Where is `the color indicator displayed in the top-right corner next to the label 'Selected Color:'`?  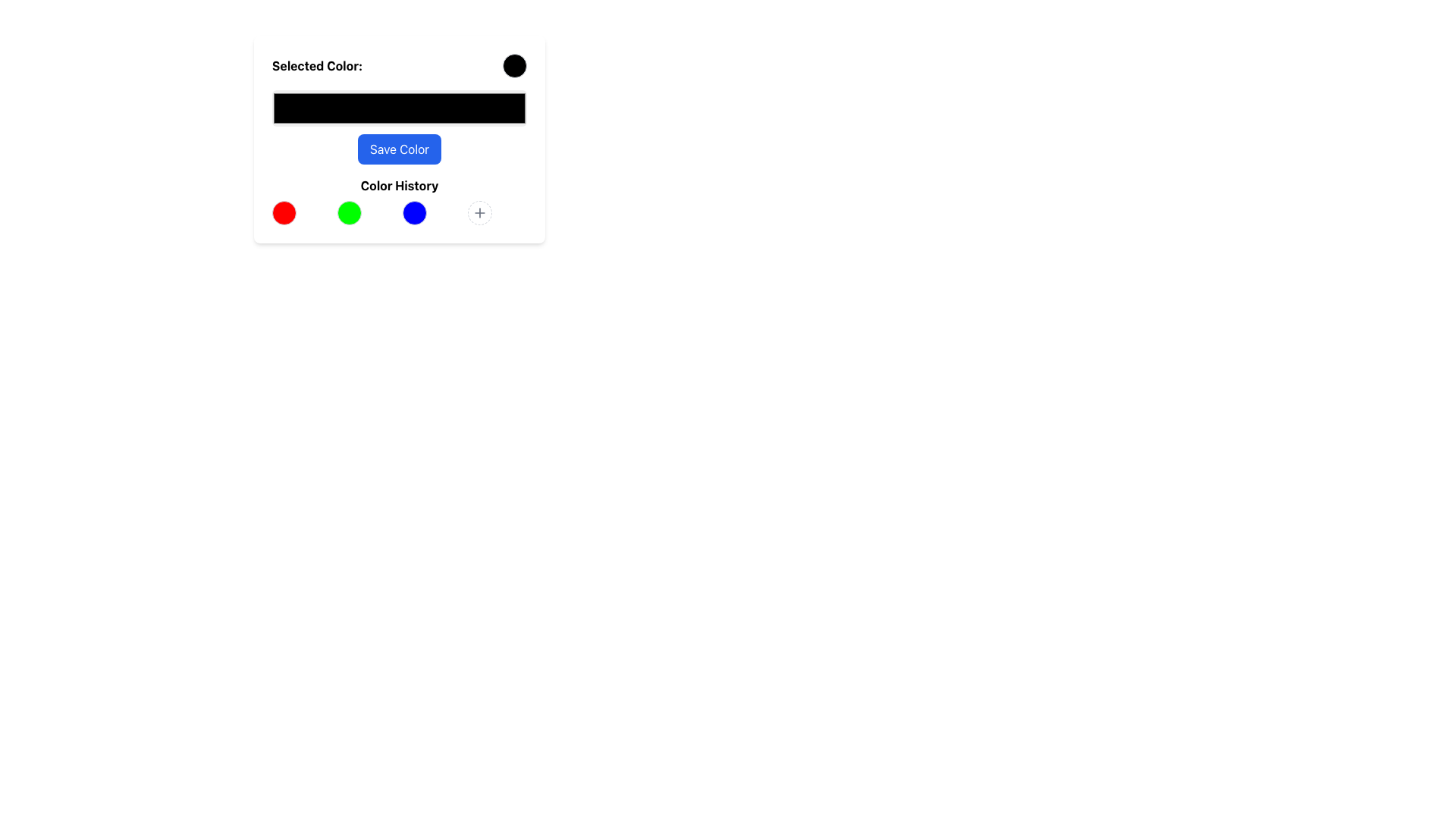 the color indicator displayed in the top-right corner next to the label 'Selected Color:' is located at coordinates (514, 65).